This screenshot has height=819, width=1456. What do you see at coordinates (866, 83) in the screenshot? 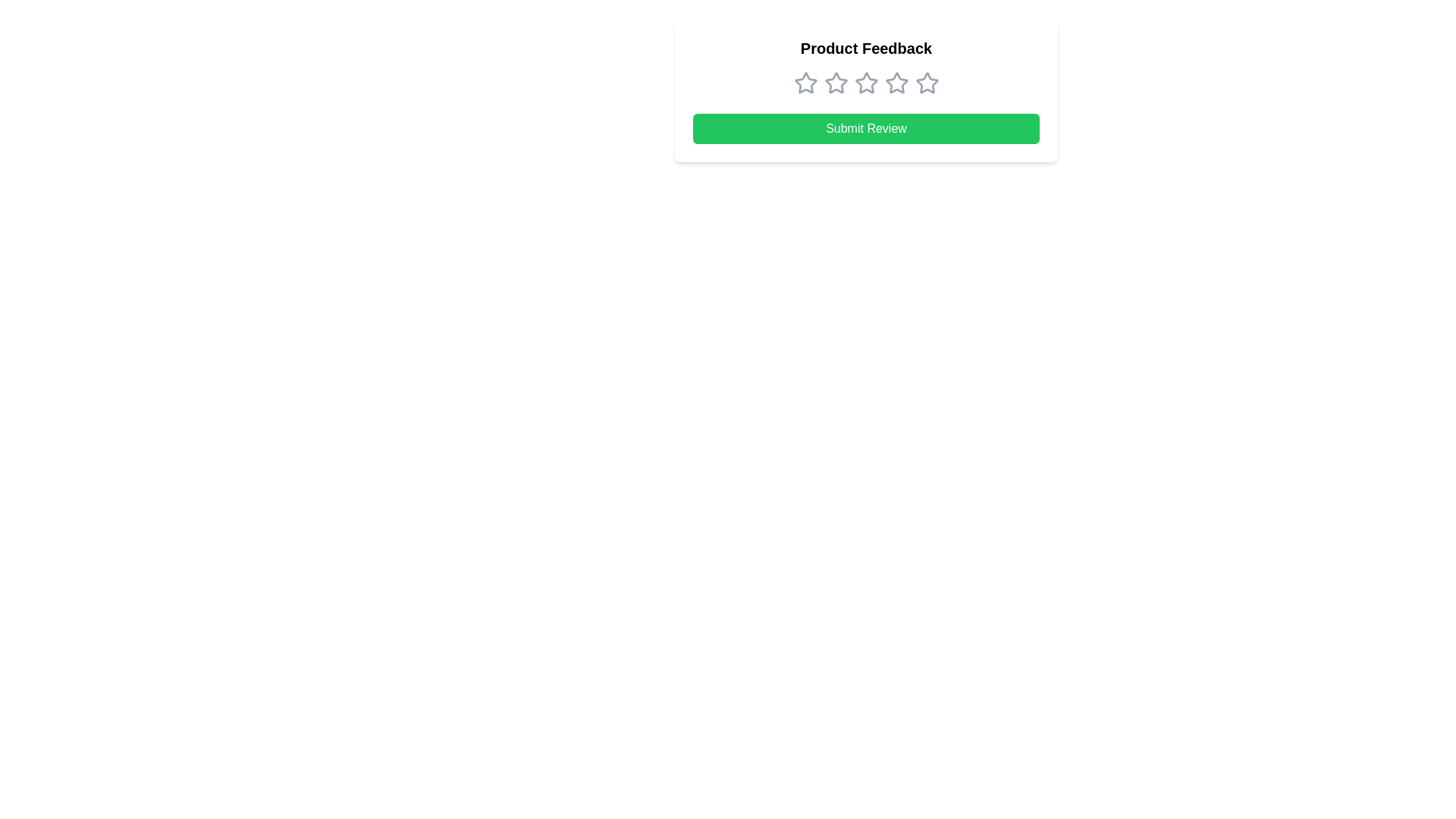
I see `the third clickable star icon in the rating section below 'Product Feedback'` at bounding box center [866, 83].